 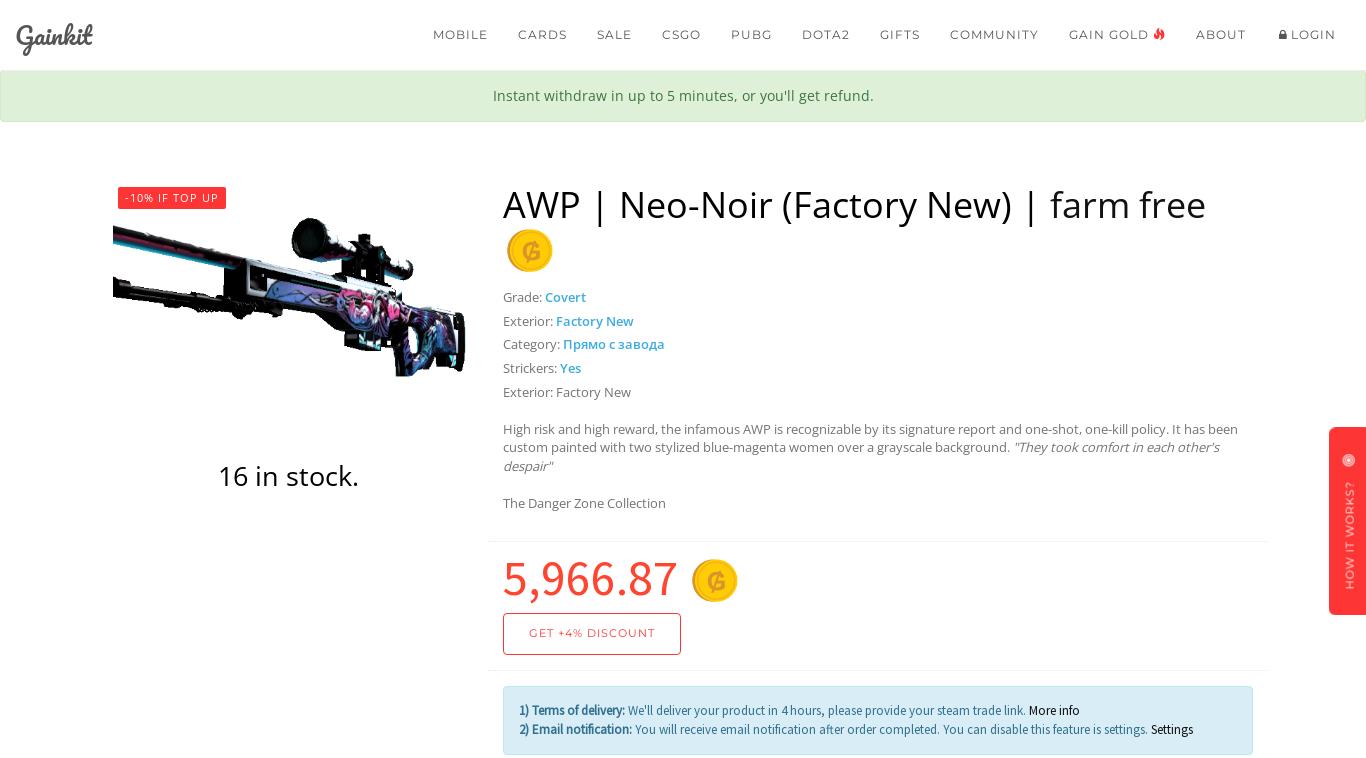 I want to click on 'High risk and high reward, the infamous AWP is recognizable by its signature report and one-shot, one-kill policy. It has been custom painted with two stylized blue-magenta women over a grayscale background.', so click(x=869, y=436).